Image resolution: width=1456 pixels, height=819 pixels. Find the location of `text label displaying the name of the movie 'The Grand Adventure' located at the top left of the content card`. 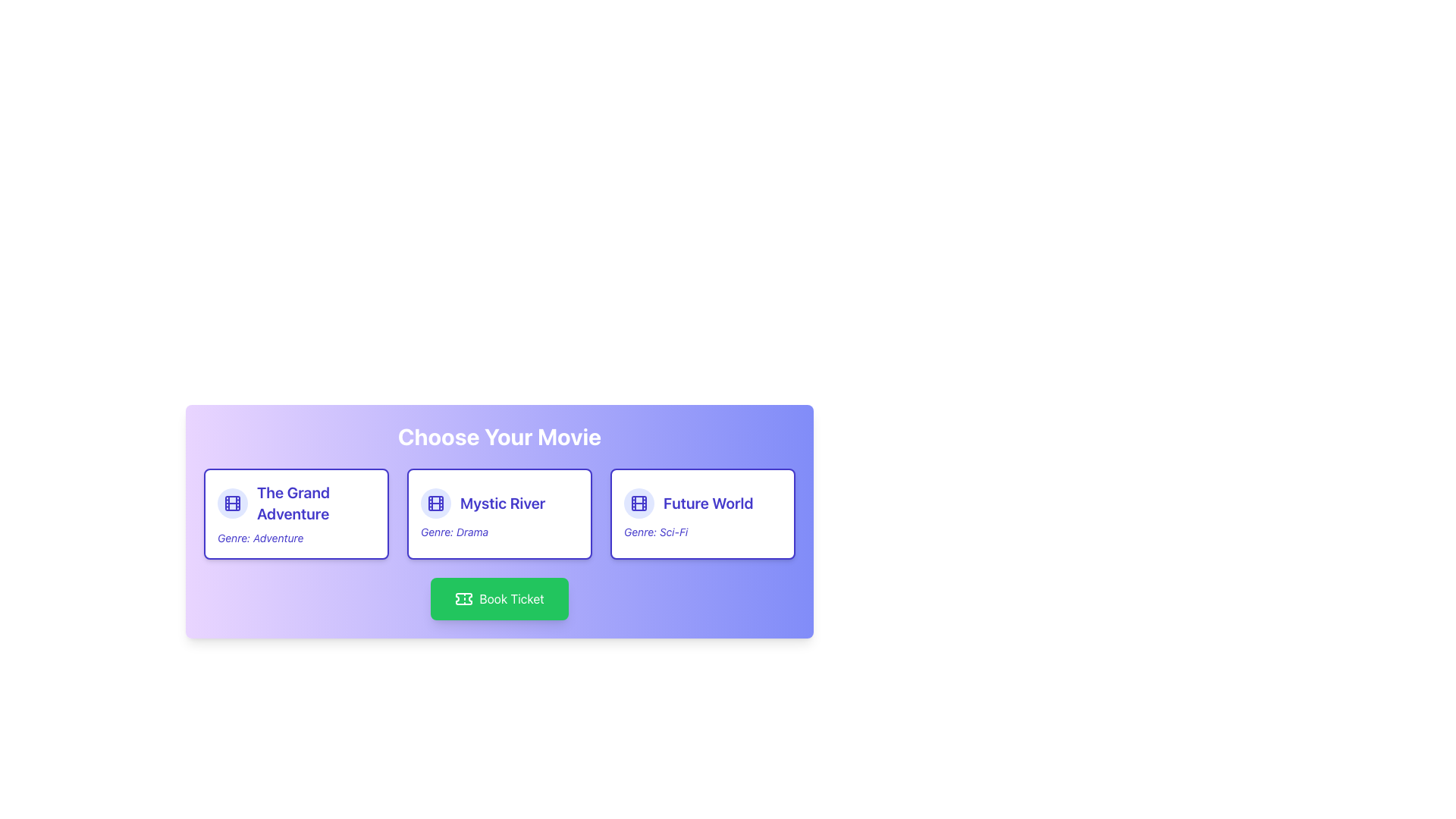

text label displaying the name of the movie 'The Grand Adventure' located at the top left of the content card is located at coordinates (296, 503).